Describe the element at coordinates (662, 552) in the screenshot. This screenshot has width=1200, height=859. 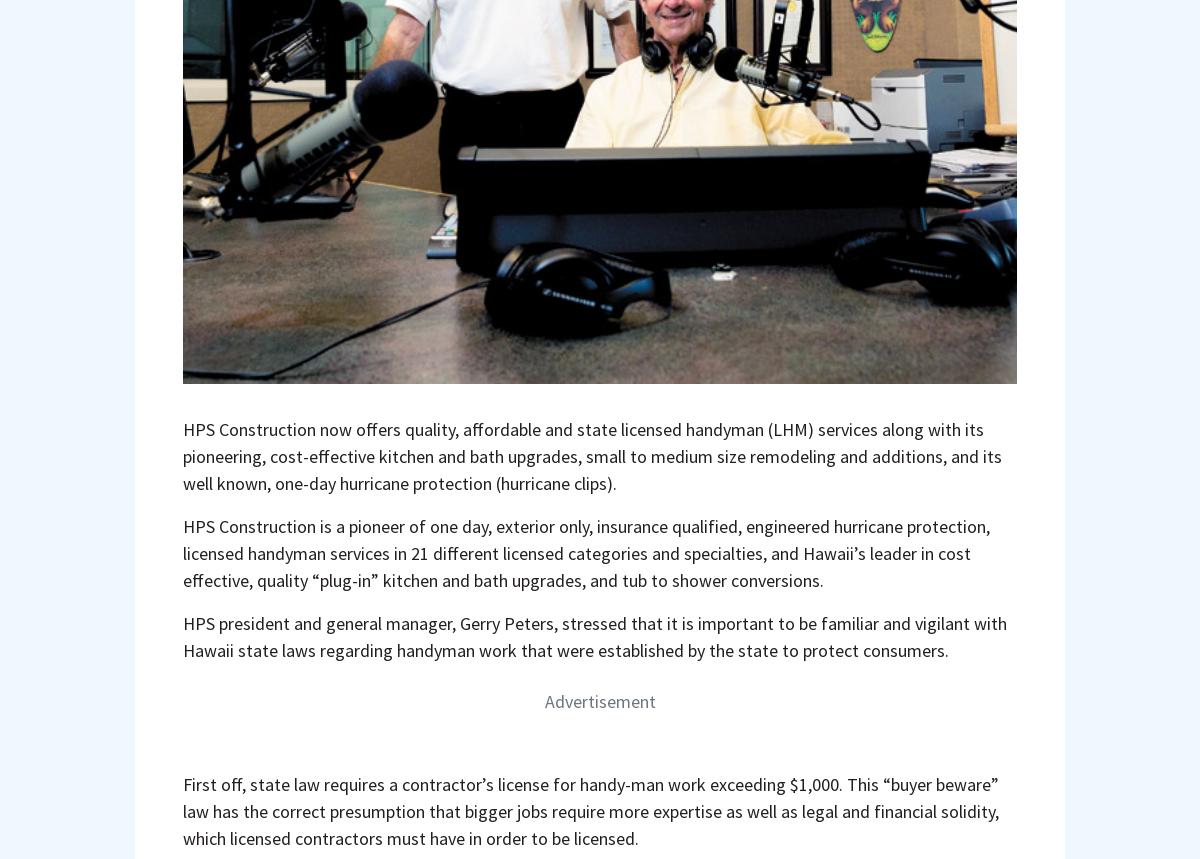
I see `'Terms of Service'` at that location.